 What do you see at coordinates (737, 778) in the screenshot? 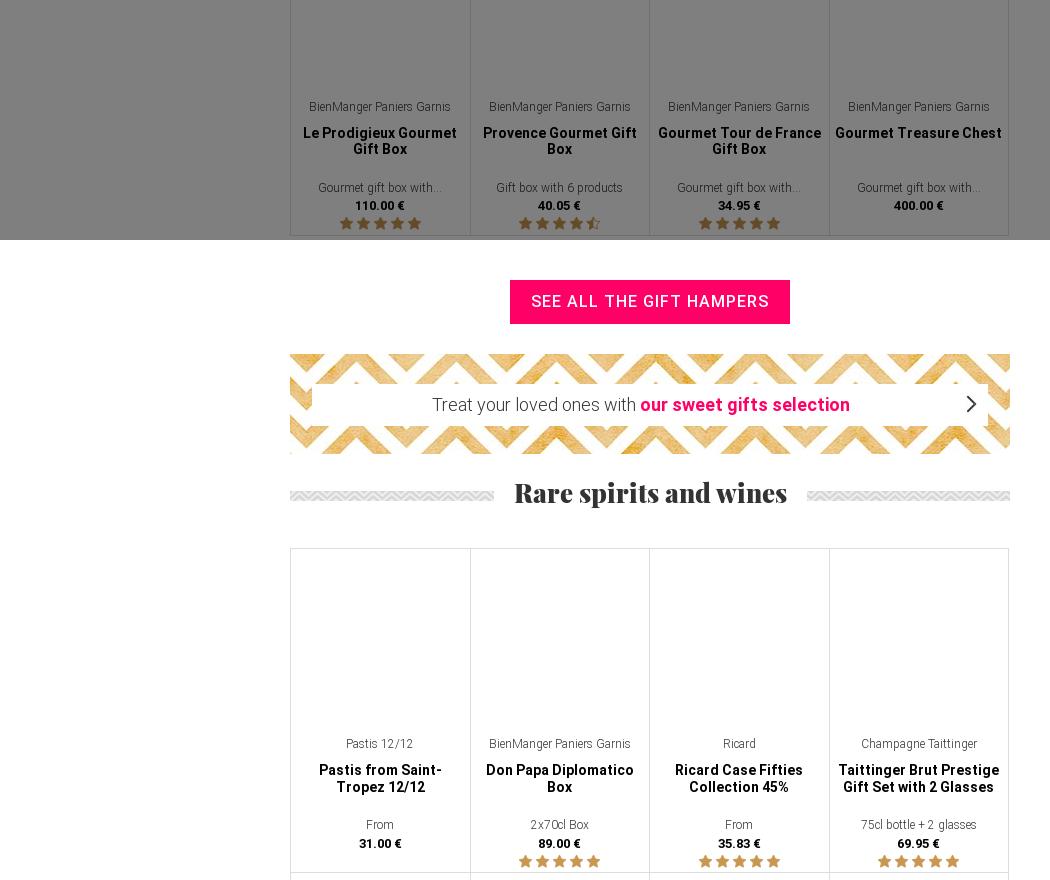
I see `'Ricard Case Fifties Collection 45%'` at bounding box center [737, 778].